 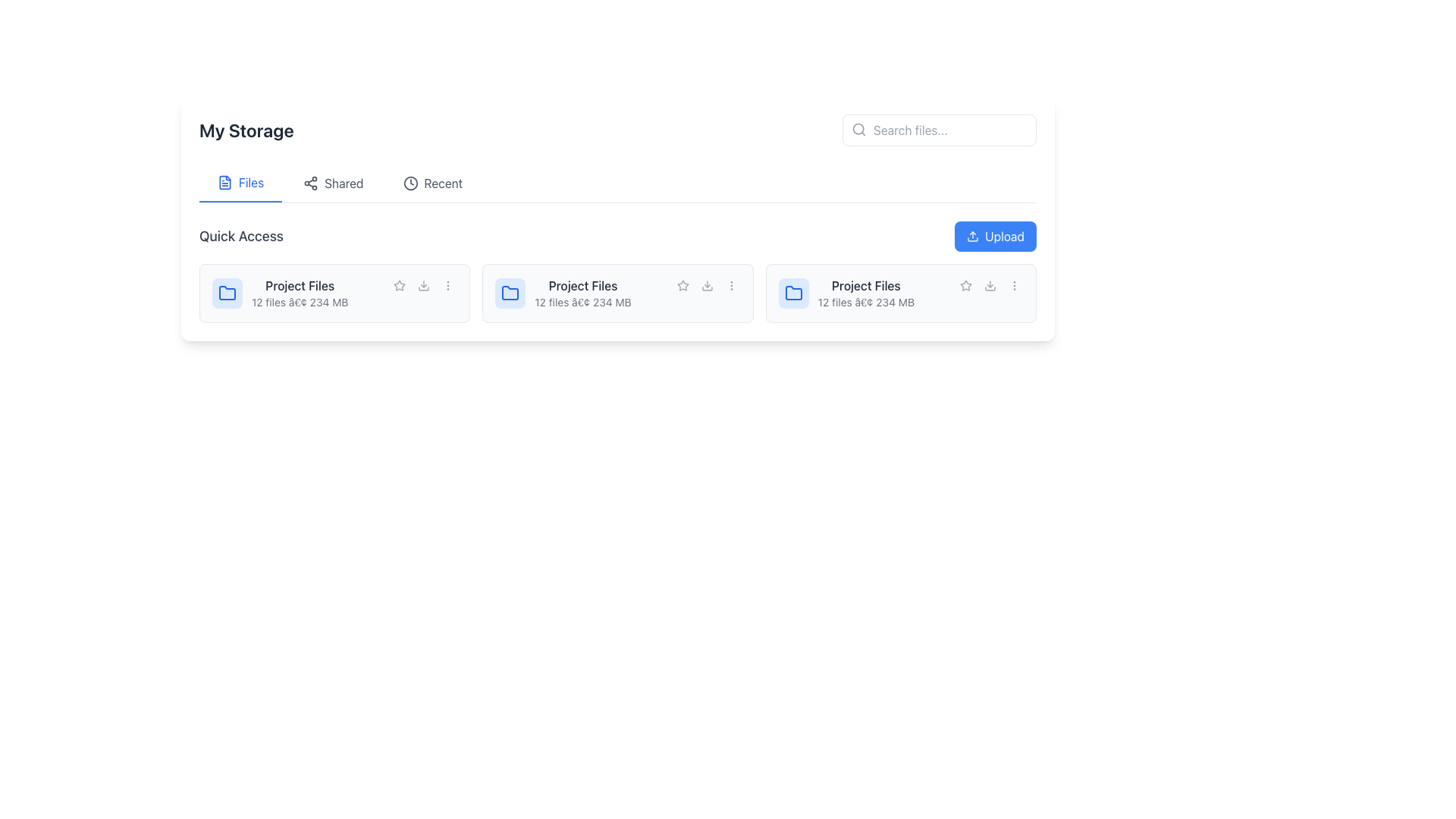 I want to click on the 'more options' button located in the lower-right corner of the file card component, so click(x=1015, y=286).